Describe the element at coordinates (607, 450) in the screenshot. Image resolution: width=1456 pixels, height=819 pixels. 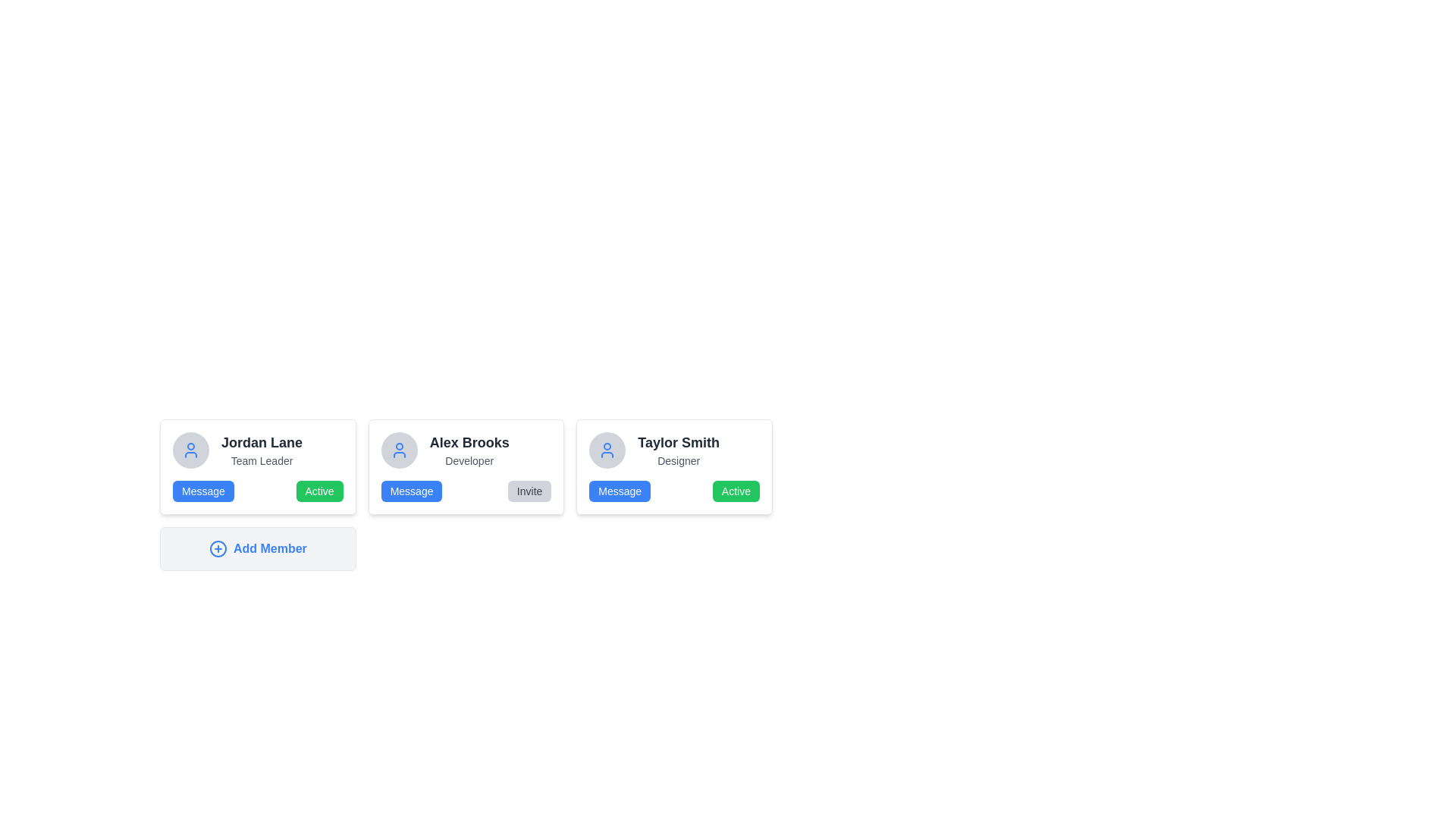
I see `the Profile picture placeholder for user 'Taylor Smith', located at the top-left corner of the user card above the text 'Taylor Smith' and 'Designer'` at that location.